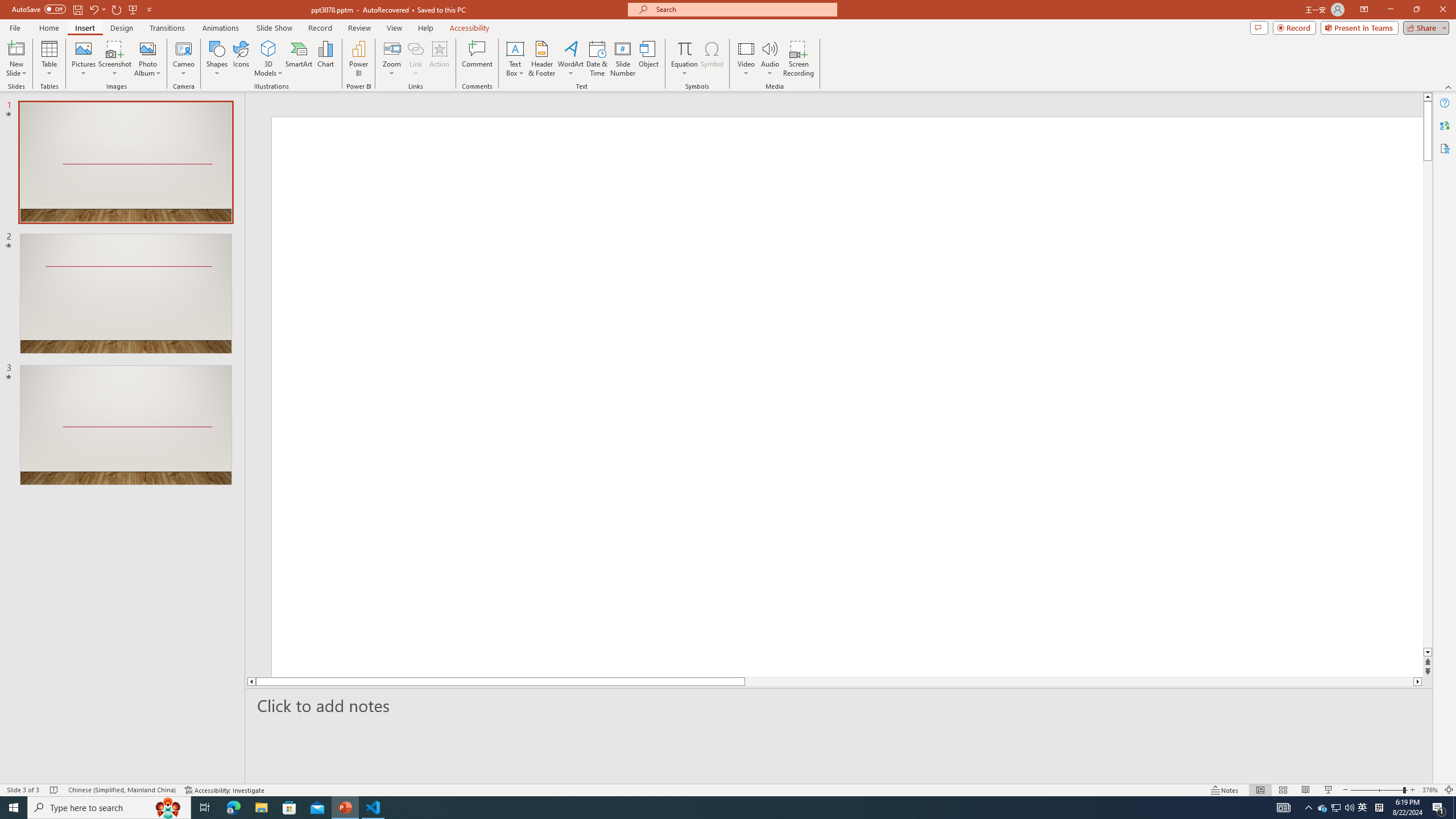 Image resolution: width=1456 pixels, height=819 pixels. Describe the element at coordinates (299, 59) in the screenshot. I see `'SmartArt...'` at that location.